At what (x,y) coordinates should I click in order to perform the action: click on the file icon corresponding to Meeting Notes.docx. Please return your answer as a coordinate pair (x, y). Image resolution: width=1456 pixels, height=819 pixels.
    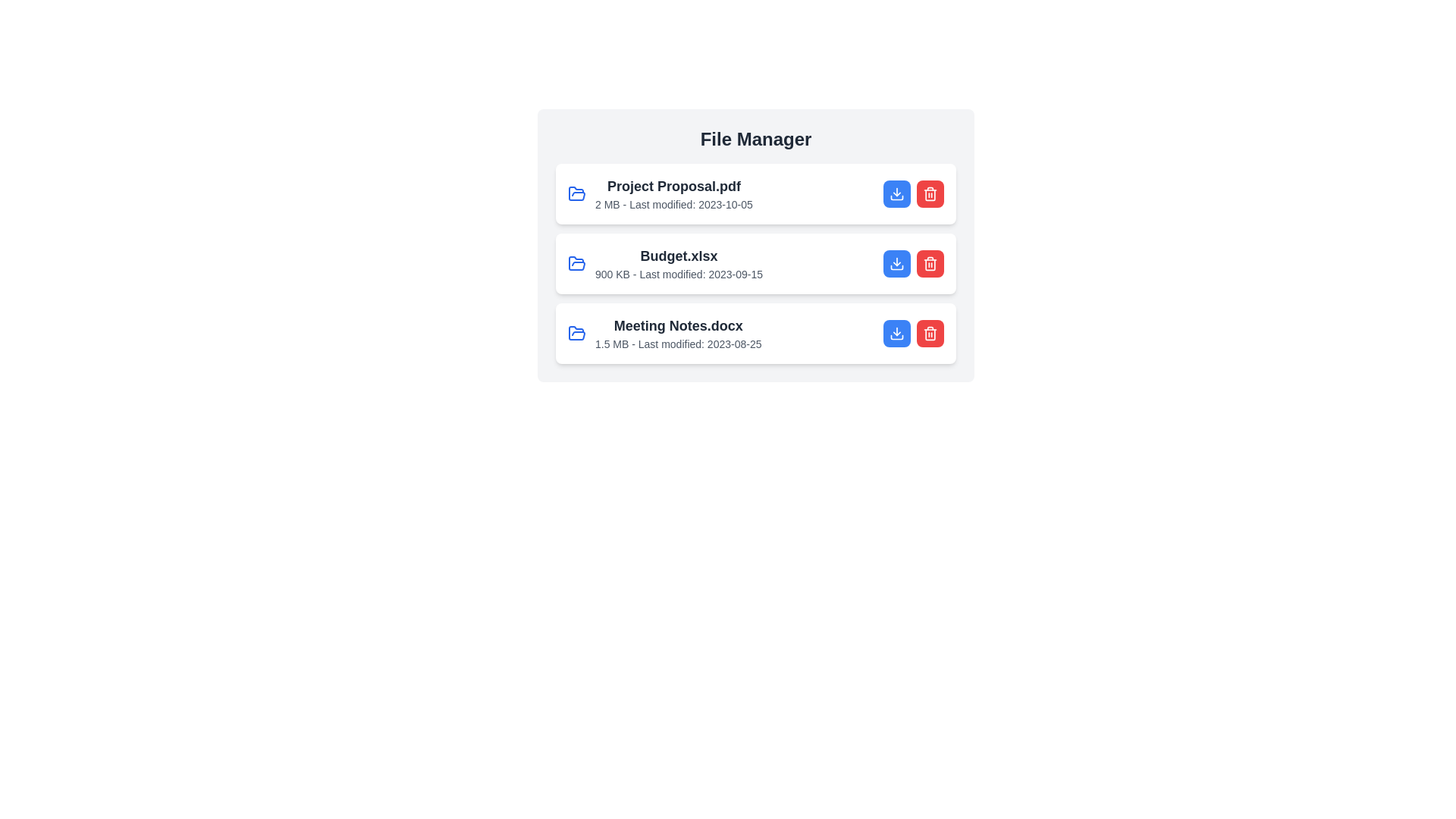
    Looking at the image, I should click on (576, 332).